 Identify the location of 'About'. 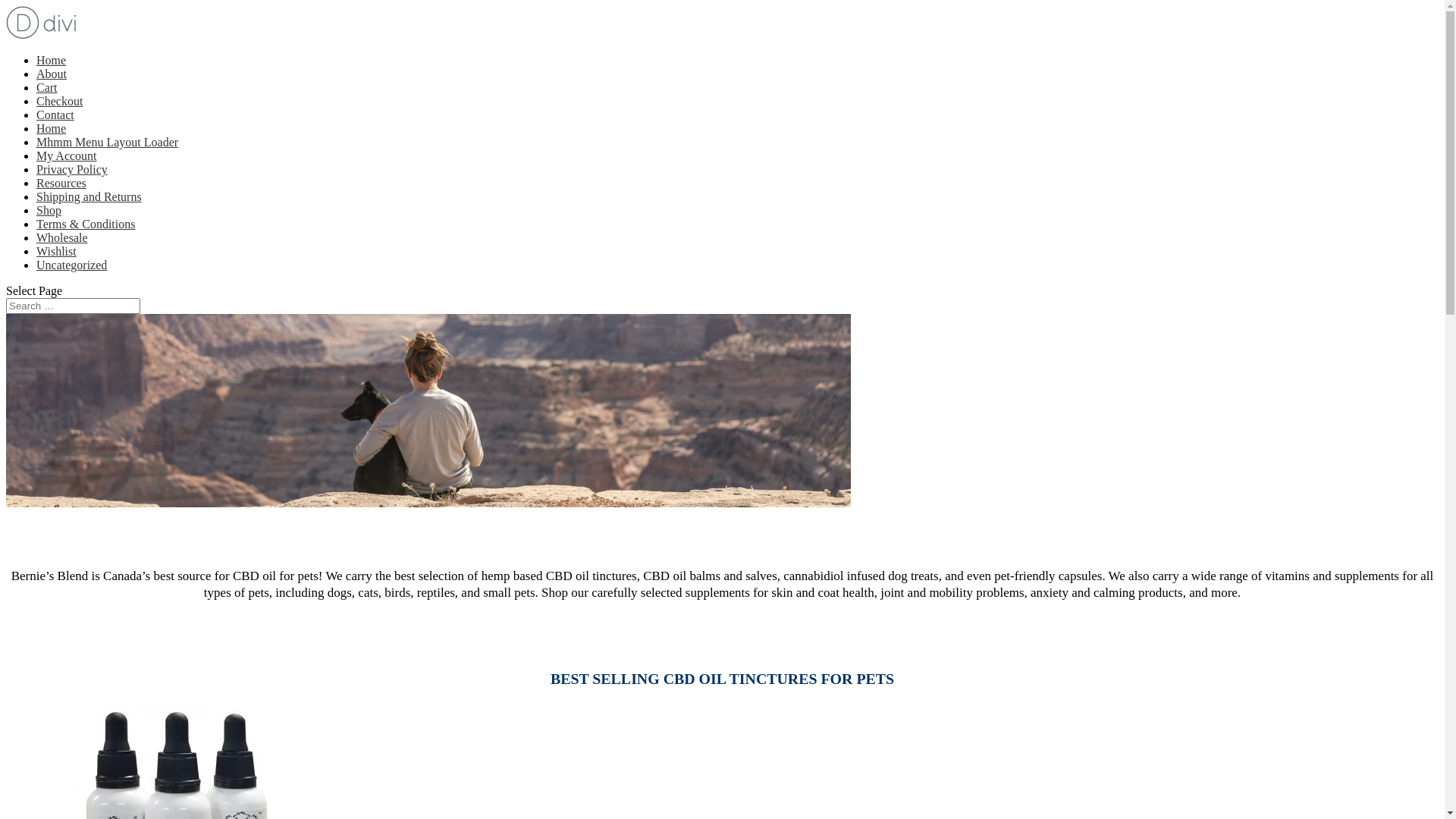
(51, 74).